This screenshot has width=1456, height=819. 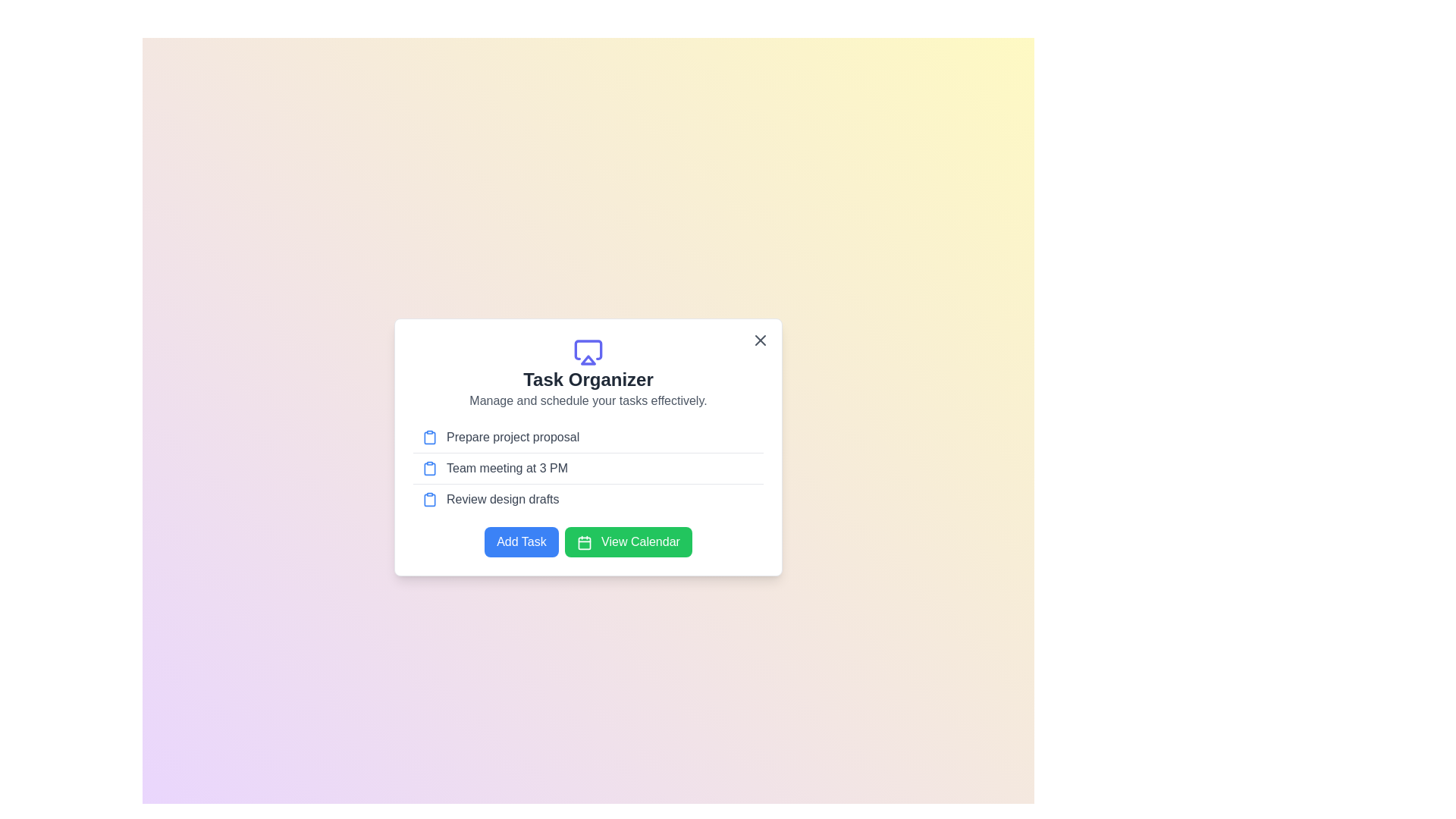 I want to click on the 'Add Task' button, so click(x=521, y=541).